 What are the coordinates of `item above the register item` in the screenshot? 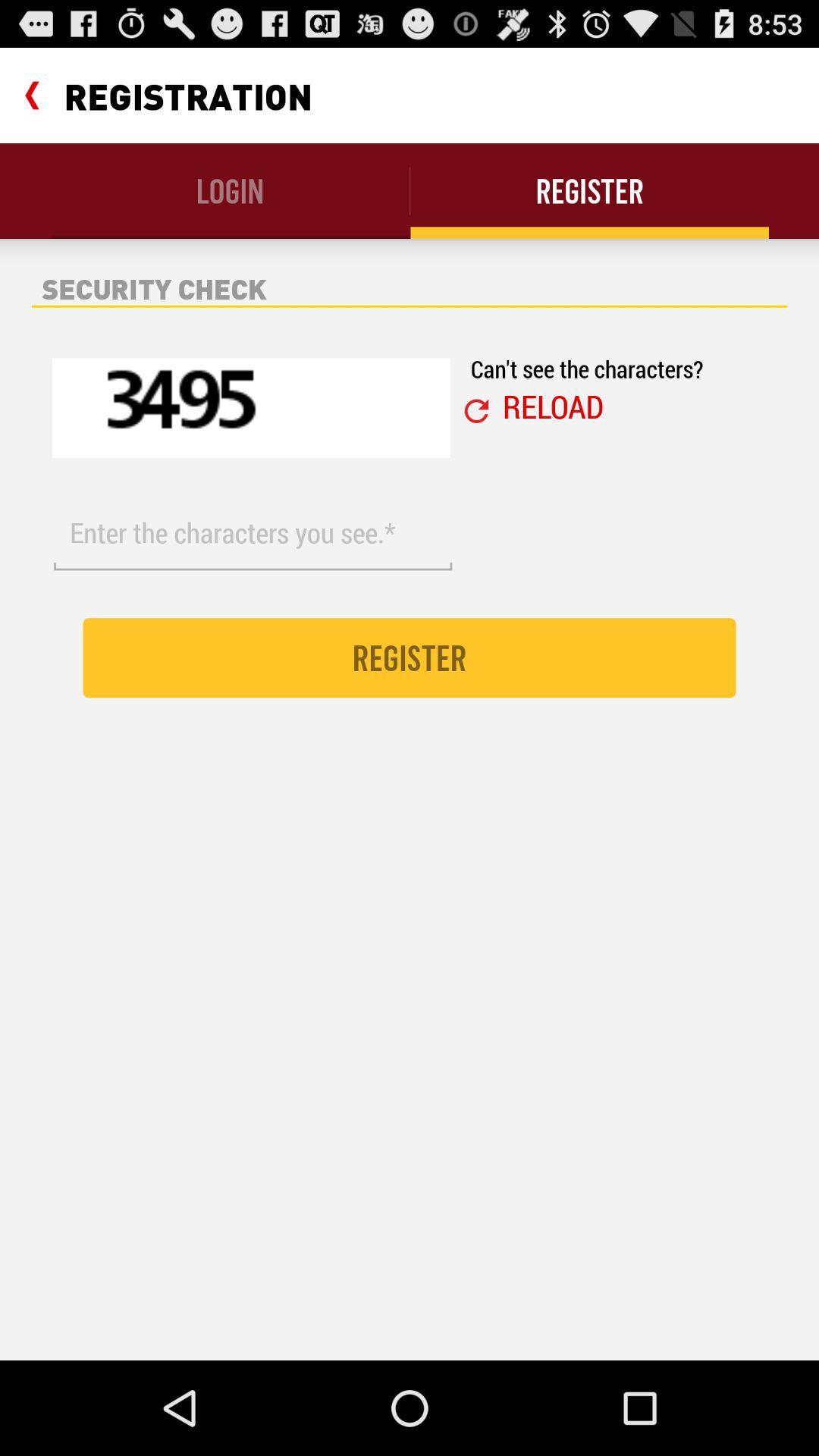 It's located at (553, 406).